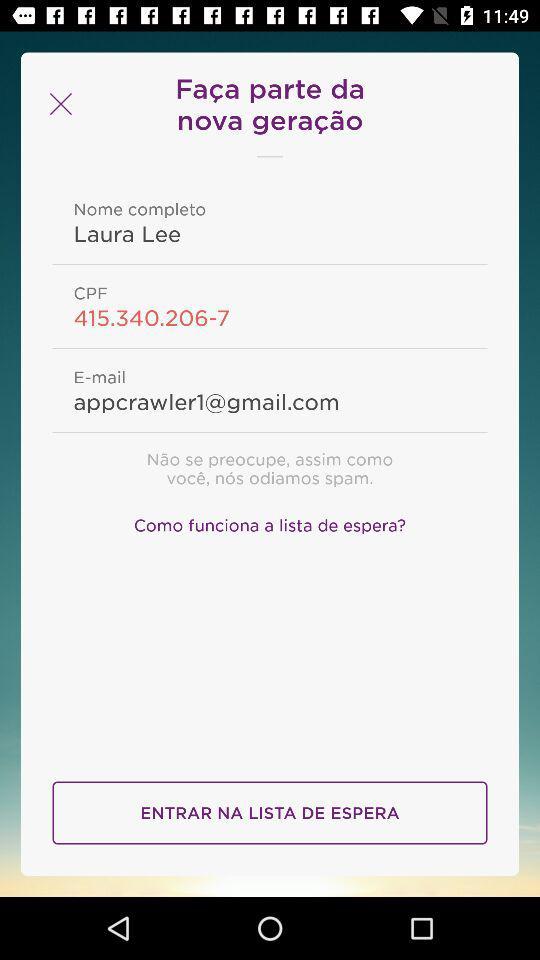  What do you see at coordinates (58, 104) in the screenshot?
I see `the current page` at bounding box center [58, 104].